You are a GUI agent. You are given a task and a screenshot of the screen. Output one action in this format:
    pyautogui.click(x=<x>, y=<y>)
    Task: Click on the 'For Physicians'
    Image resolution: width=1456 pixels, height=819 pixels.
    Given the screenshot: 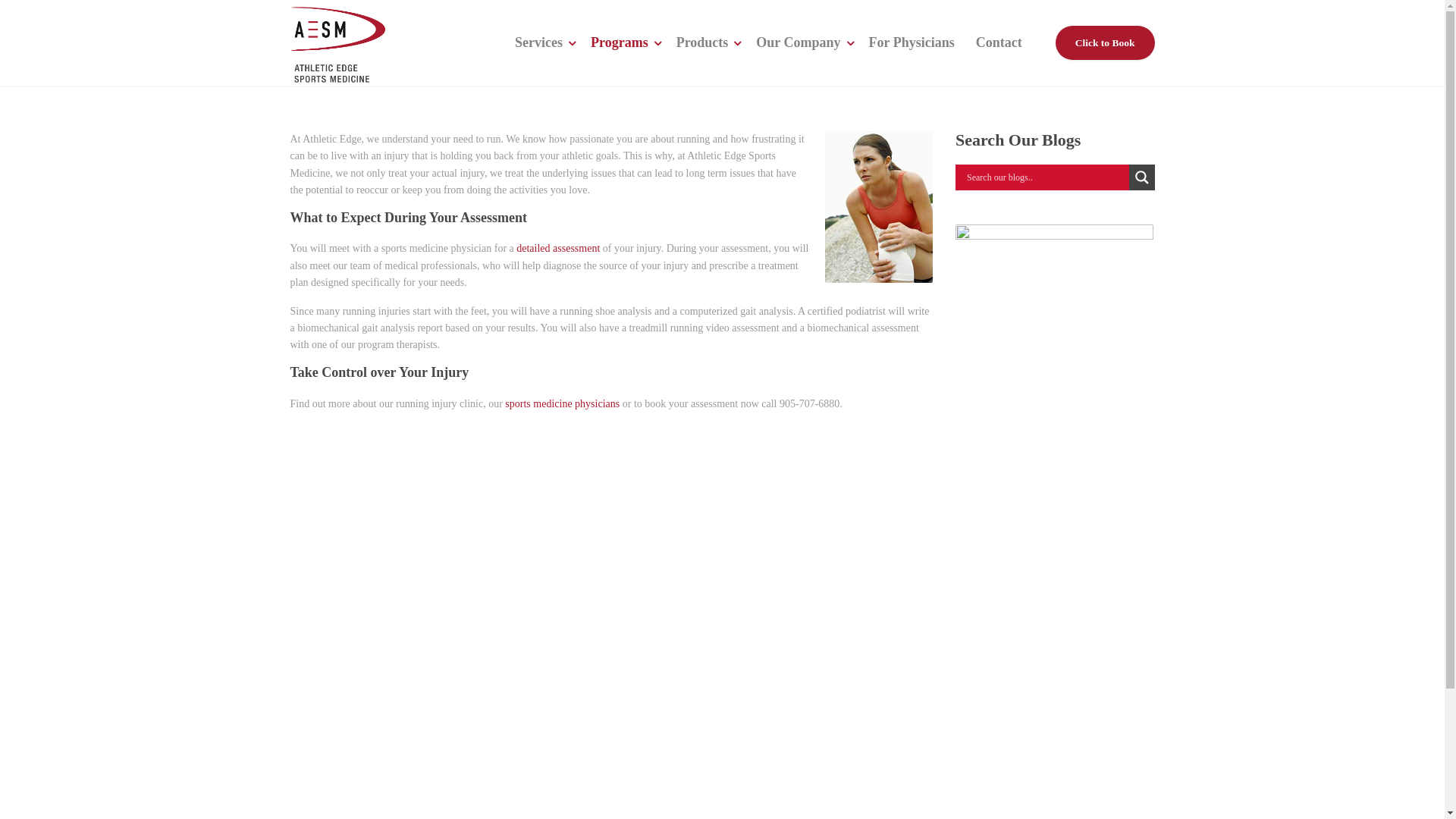 What is the action you would take?
    pyautogui.click(x=911, y=42)
    